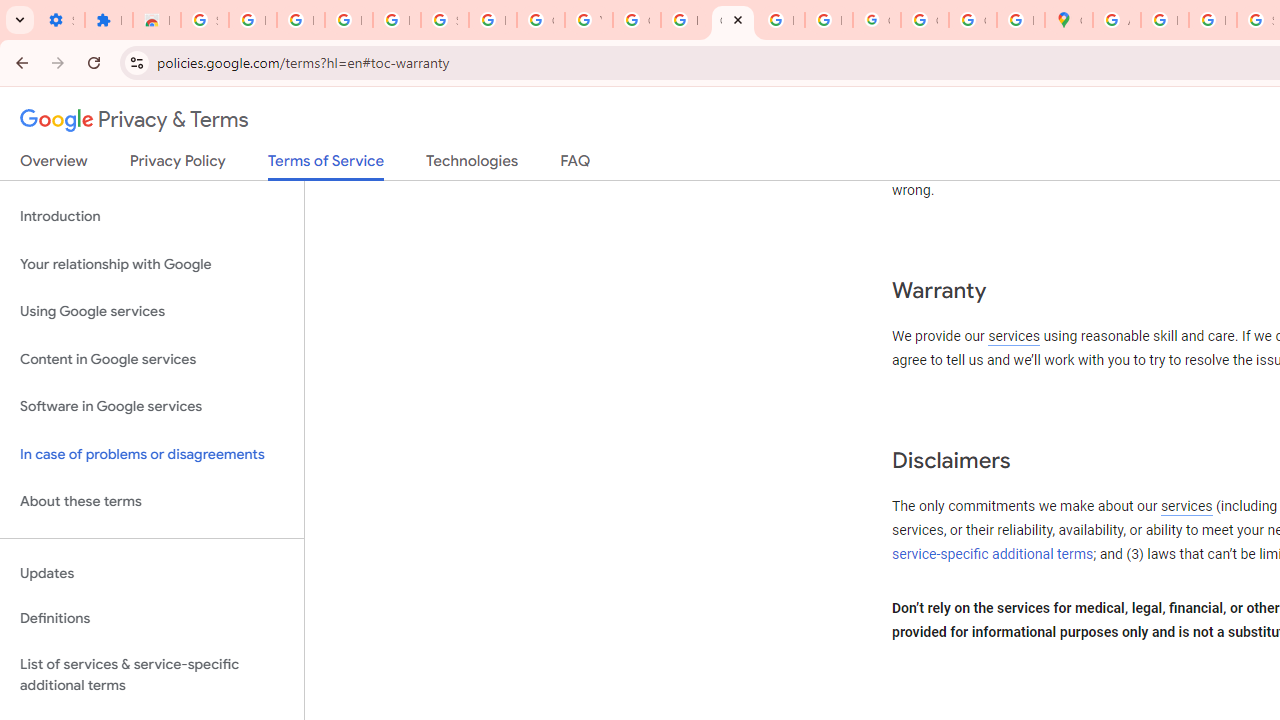 Image resolution: width=1280 pixels, height=720 pixels. What do you see at coordinates (1067, 20) in the screenshot?
I see `'Google Maps'` at bounding box center [1067, 20].